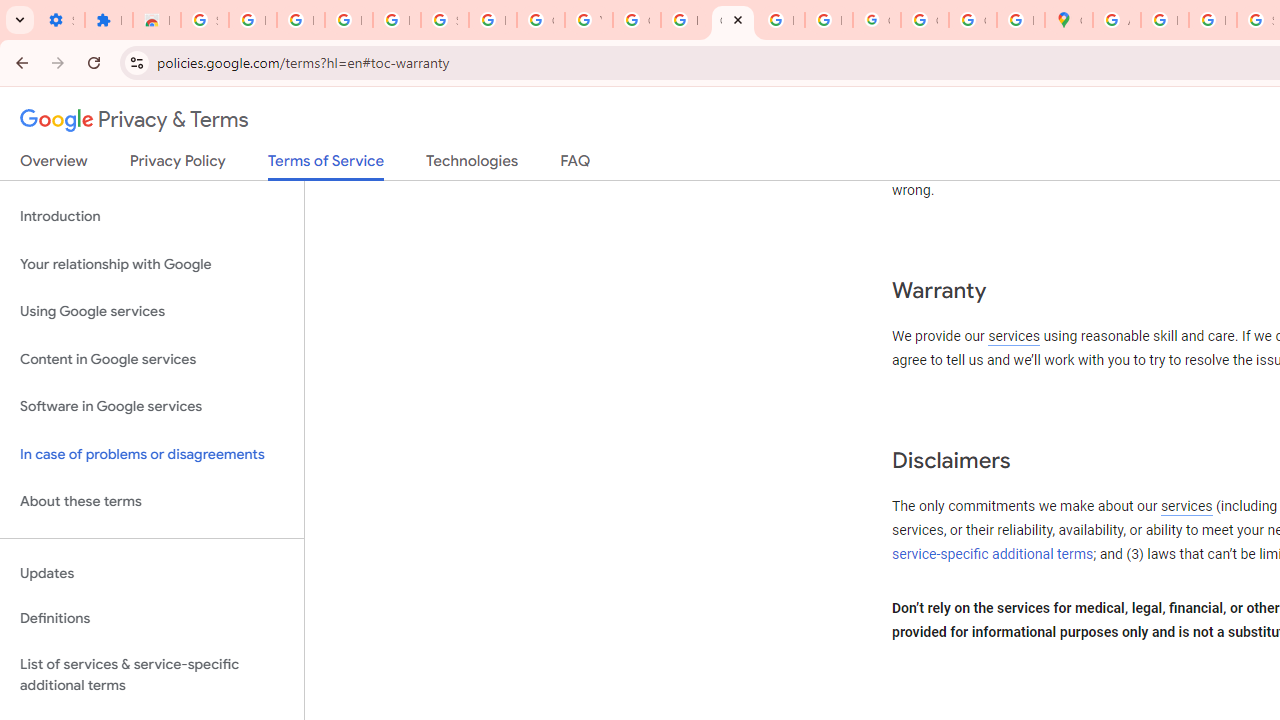 Image resolution: width=1280 pixels, height=720 pixels. What do you see at coordinates (1067, 20) in the screenshot?
I see `'Google Maps'` at bounding box center [1067, 20].